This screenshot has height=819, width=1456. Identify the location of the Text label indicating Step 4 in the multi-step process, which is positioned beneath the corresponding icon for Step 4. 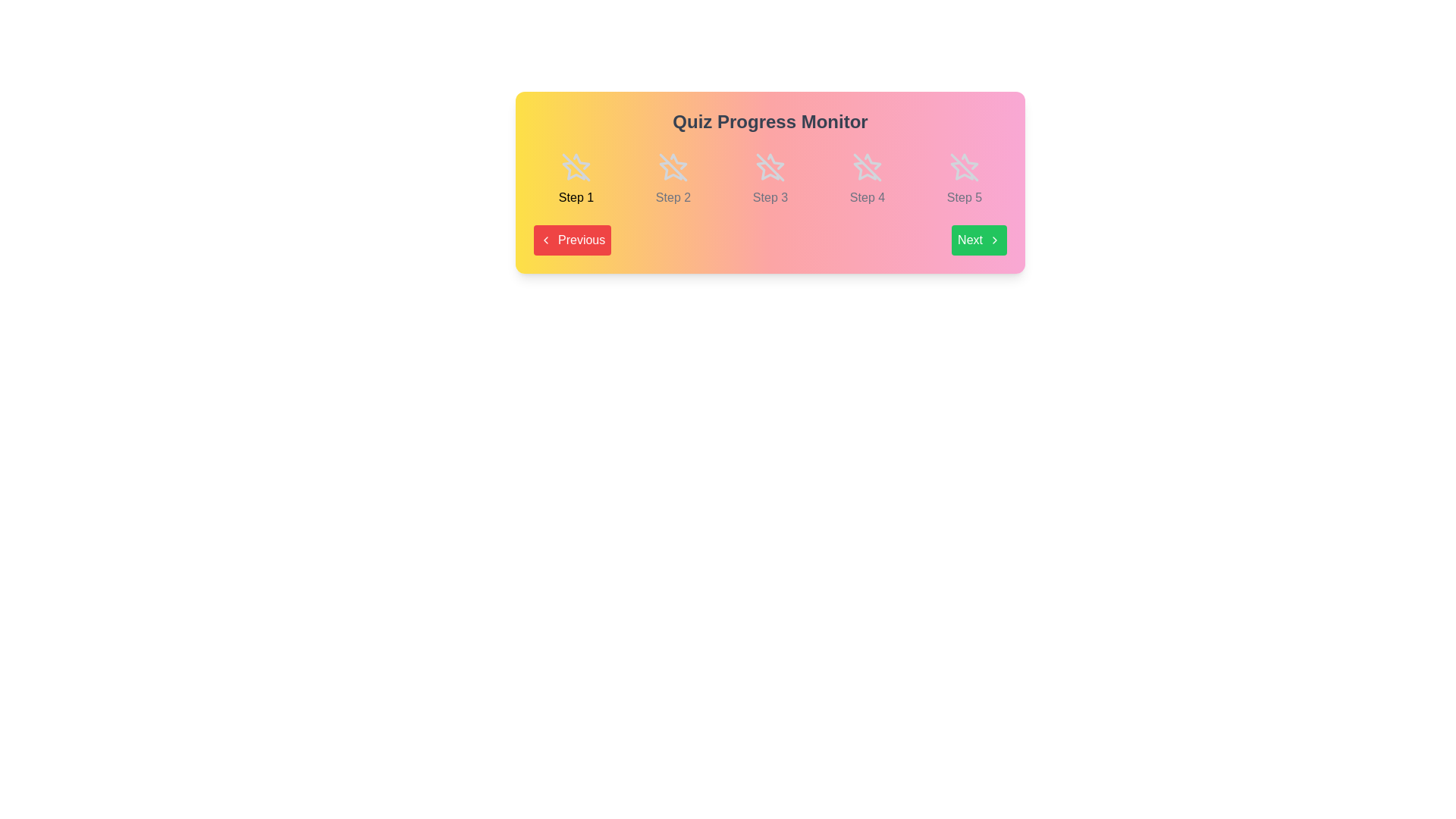
(867, 197).